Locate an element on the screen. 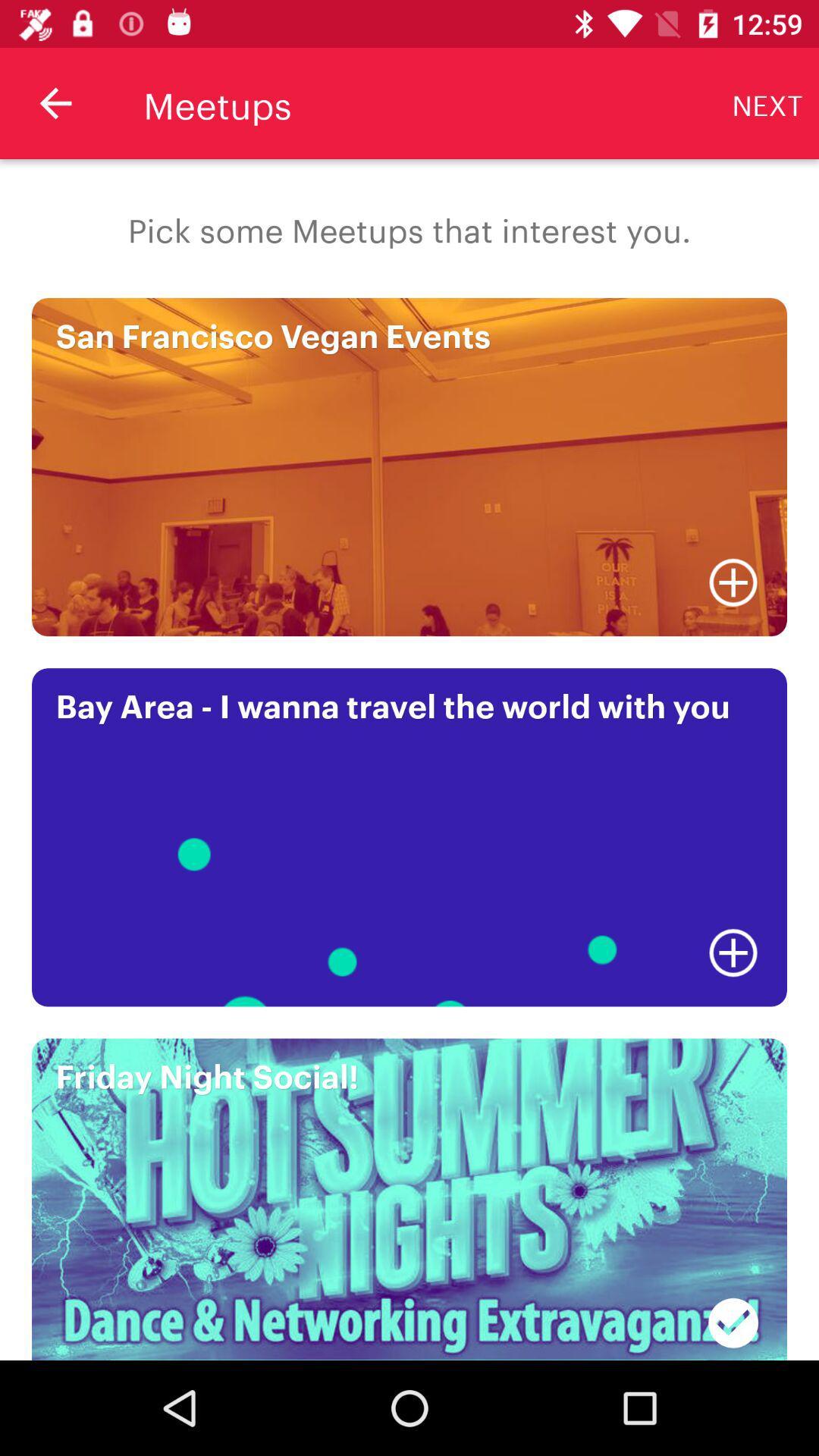  item next to meetups icon is located at coordinates (55, 102).